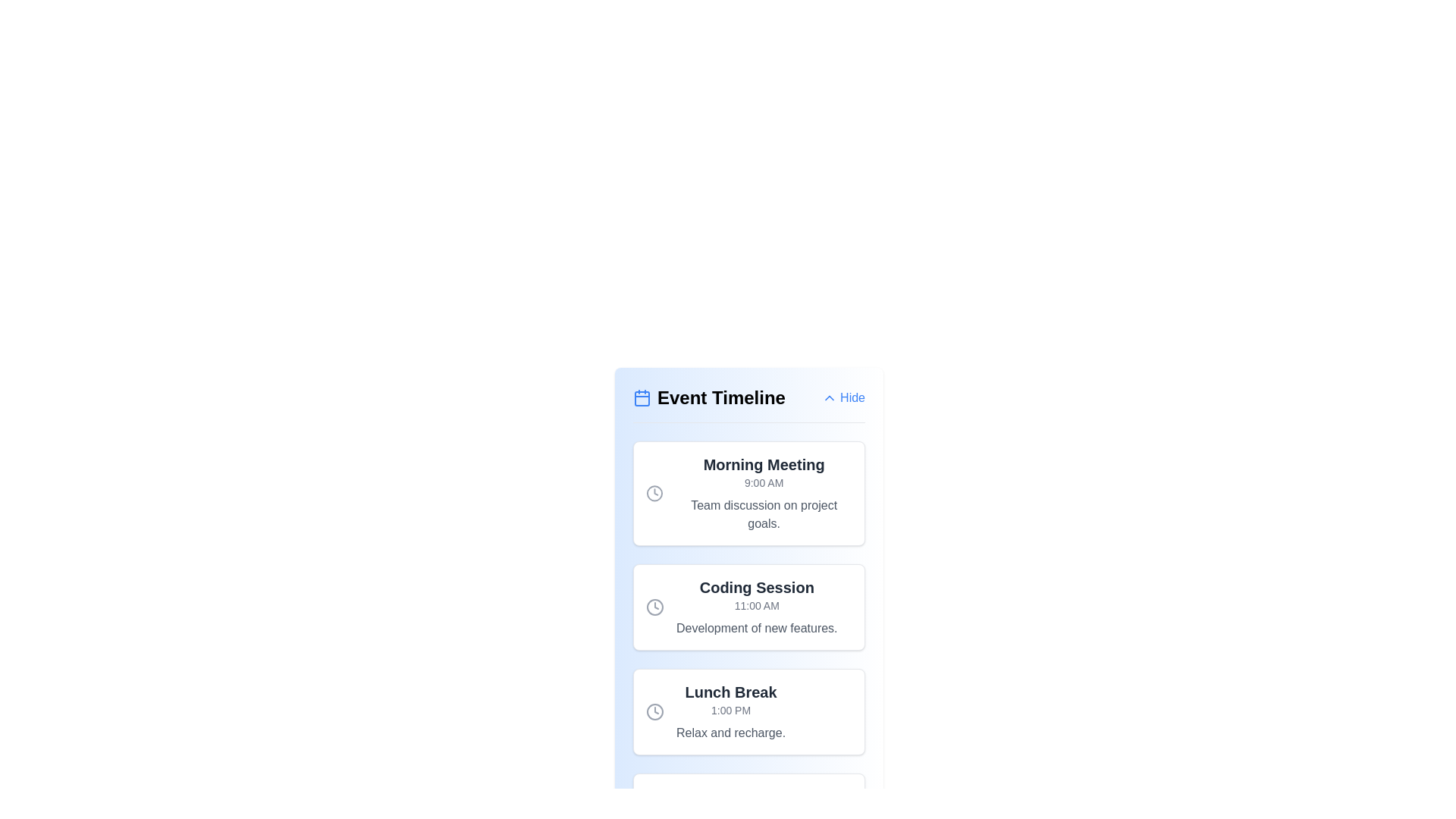 This screenshot has height=819, width=1456. I want to click on the text label displaying '1:00 PM', which is a muted gray color and positioned below the 'Lunch Break' title in the event card, so click(731, 711).